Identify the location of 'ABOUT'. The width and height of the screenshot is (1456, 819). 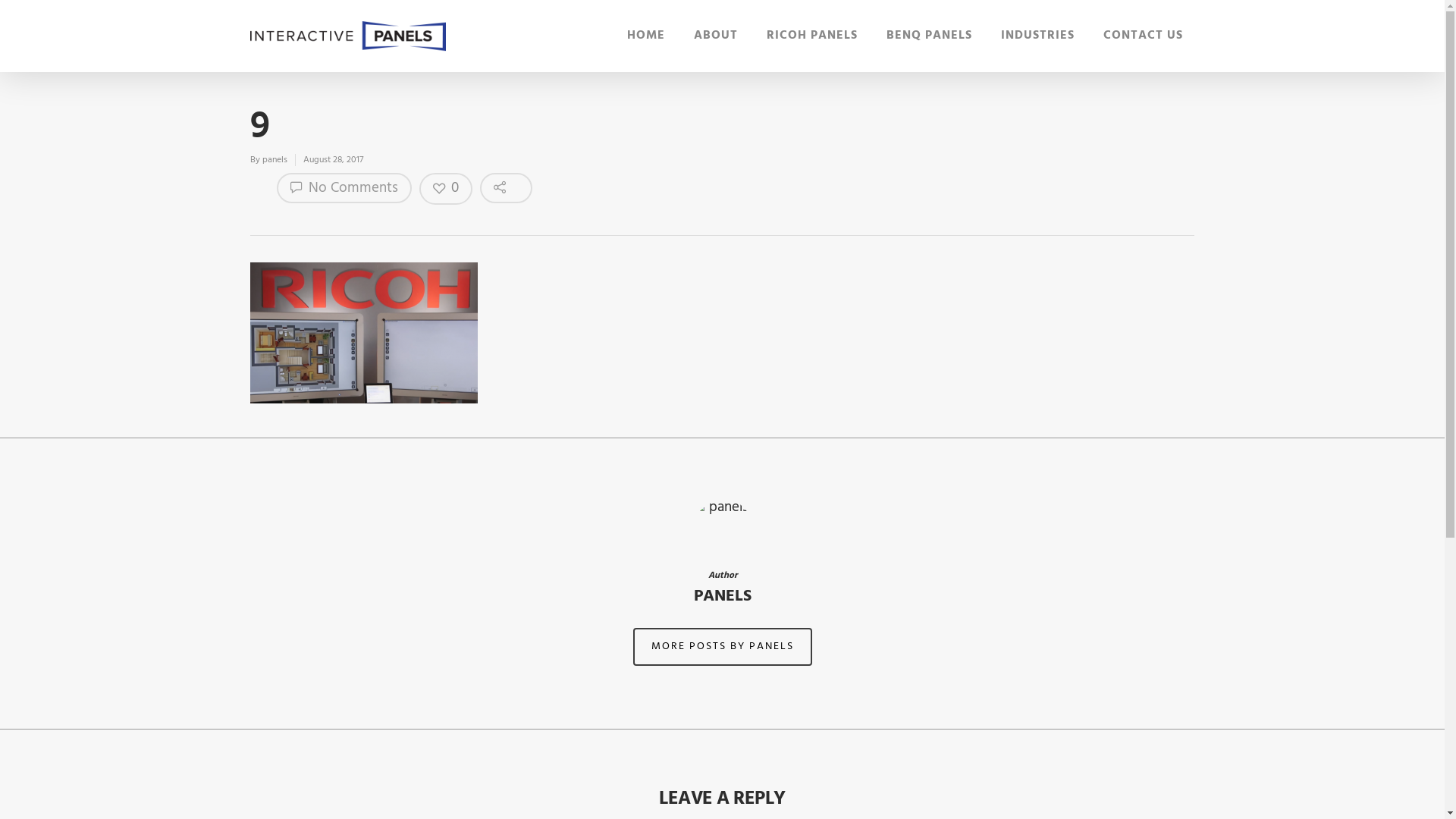
(715, 38).